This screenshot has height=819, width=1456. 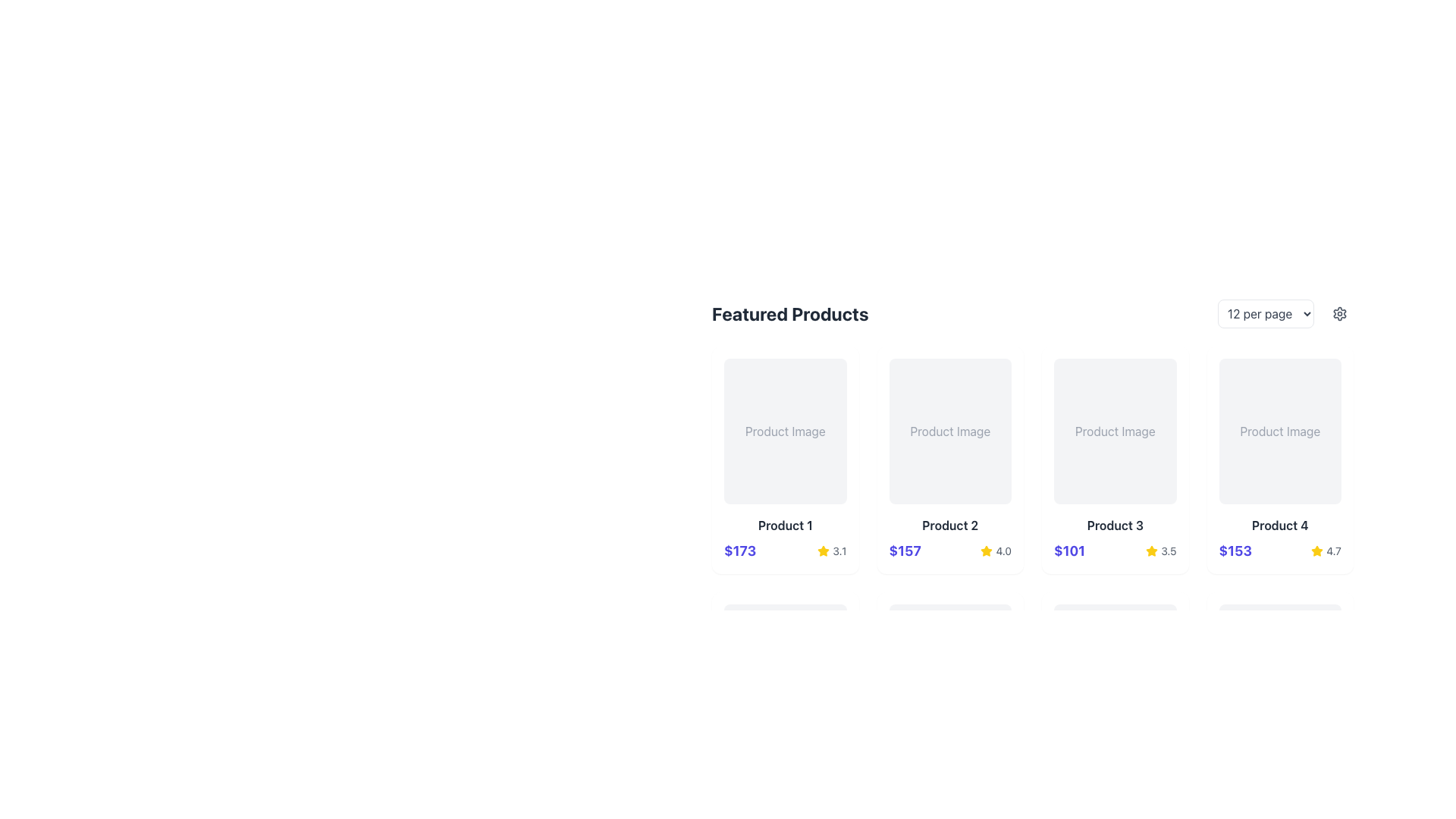 What do you see at coordinates (987, 551) in the screenshot?
I see `the star icon representing the rating for 'Product 2', which indicates an average rating of 4.0` at bounding box center [987, 551].